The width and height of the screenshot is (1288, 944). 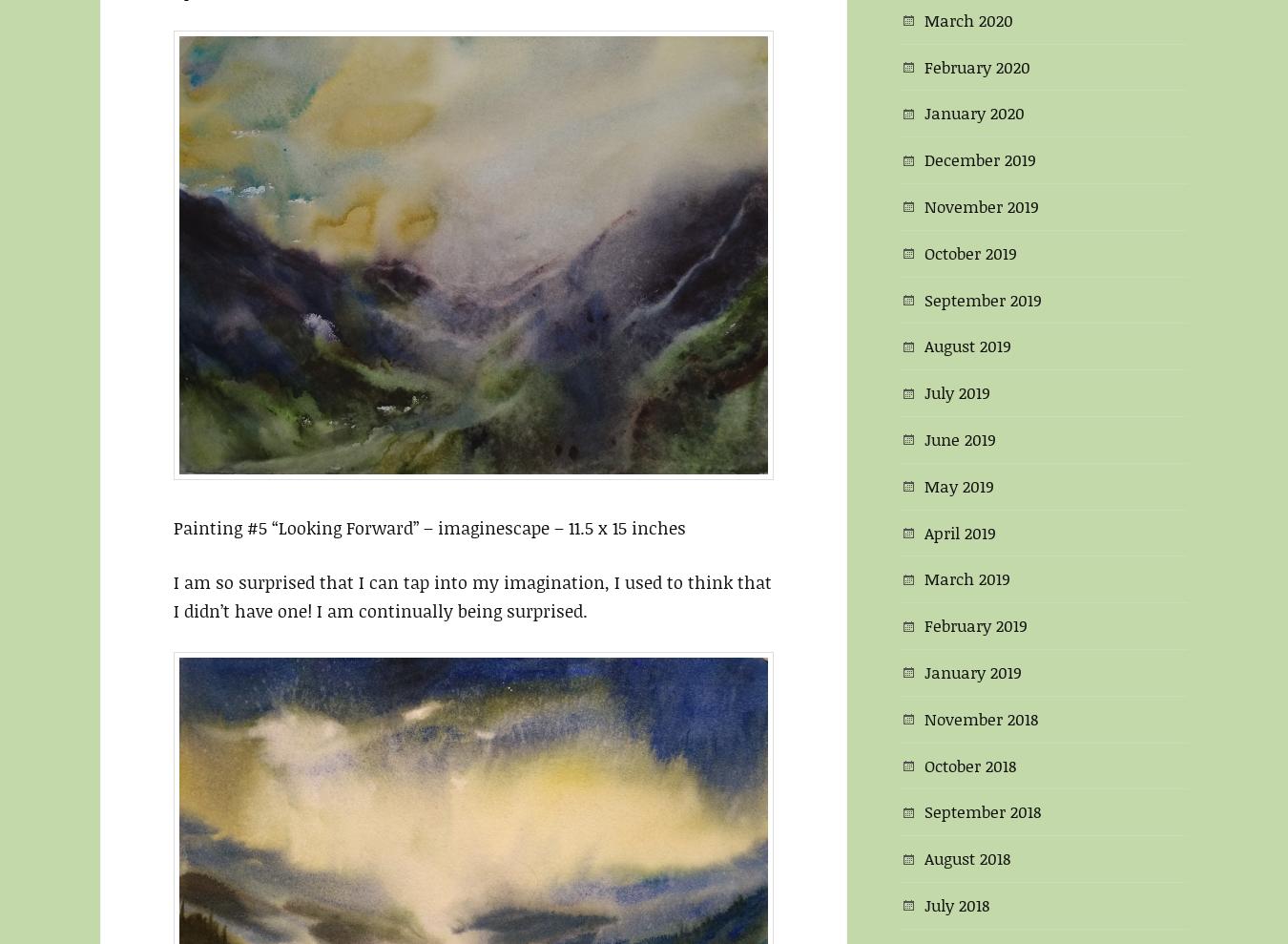 What do you see at coordinates (966, 577) in the screenshot?
I see `'March 2019'` at bounding box center [966, 577].